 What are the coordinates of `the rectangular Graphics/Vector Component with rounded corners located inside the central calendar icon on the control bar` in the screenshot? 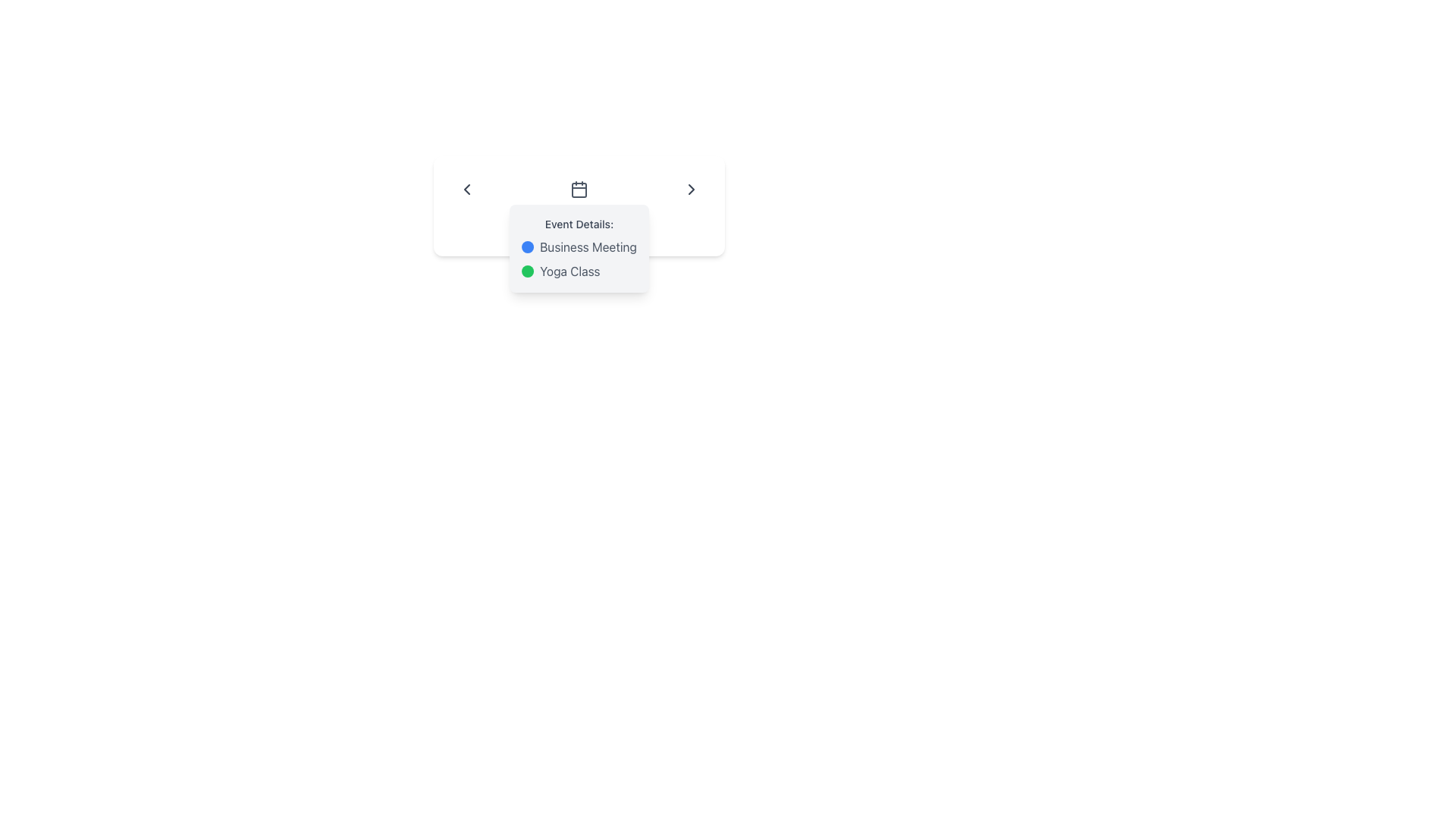 It's located at (578, 189).